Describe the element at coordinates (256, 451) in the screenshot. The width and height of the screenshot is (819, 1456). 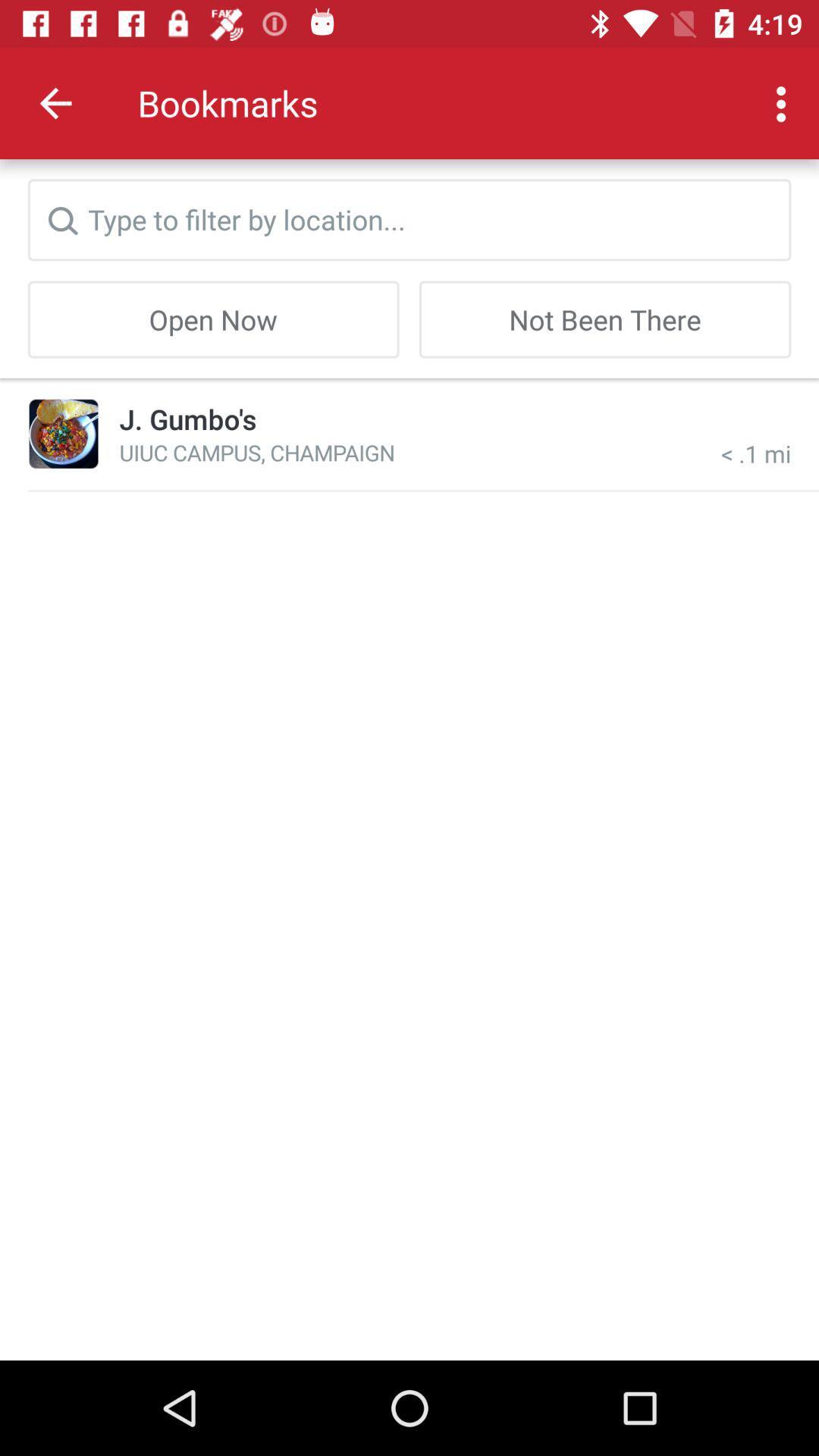
I see `icon next to < .1 mi` at that location.